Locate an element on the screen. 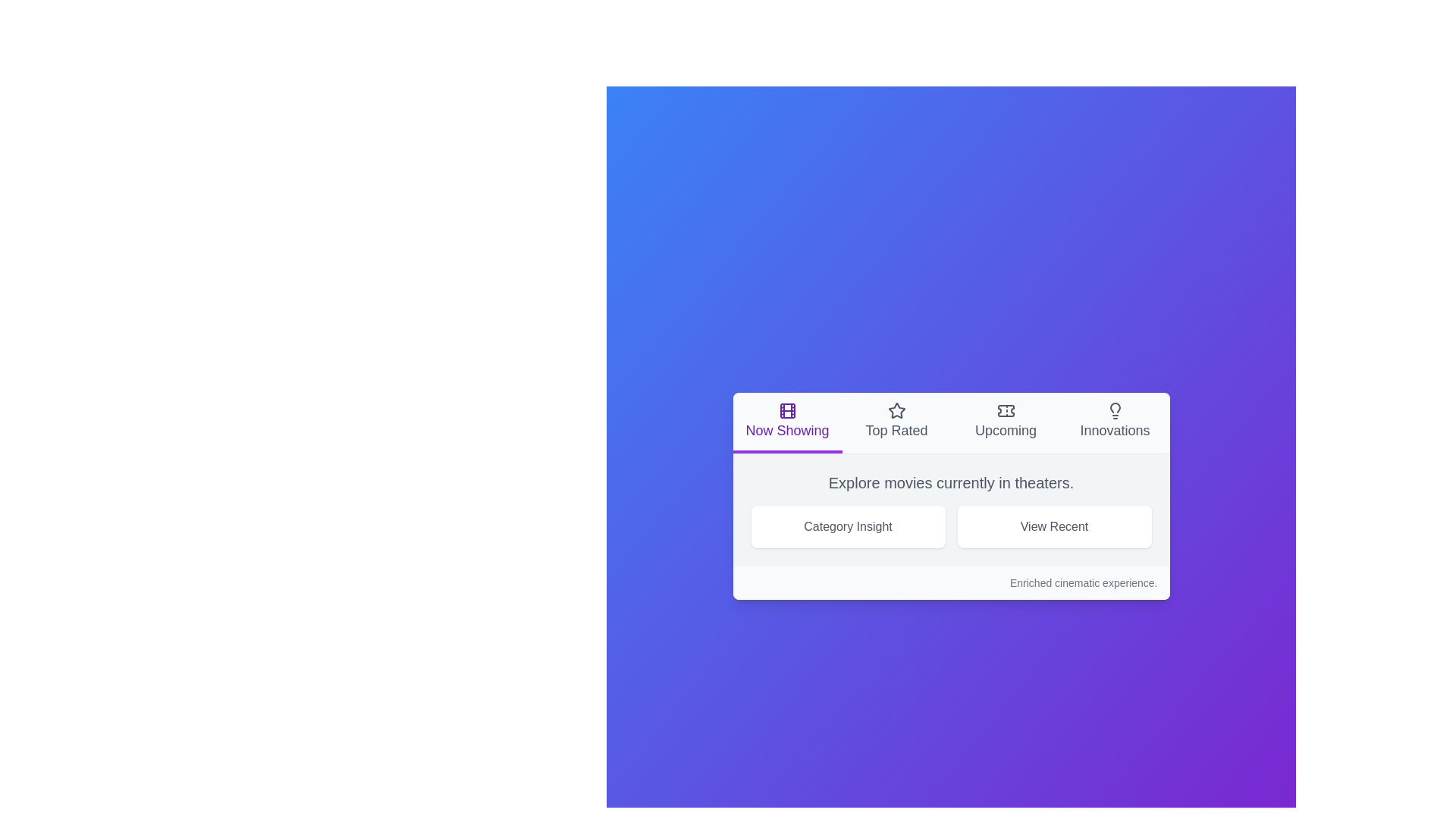 Image resolution: width=1456 pixels, height=819 pixels. the 'Top Rated' button, which features a star icon above the text in a bold font, located in the center-top of the navigation menu is located at coordinates (896, 421).